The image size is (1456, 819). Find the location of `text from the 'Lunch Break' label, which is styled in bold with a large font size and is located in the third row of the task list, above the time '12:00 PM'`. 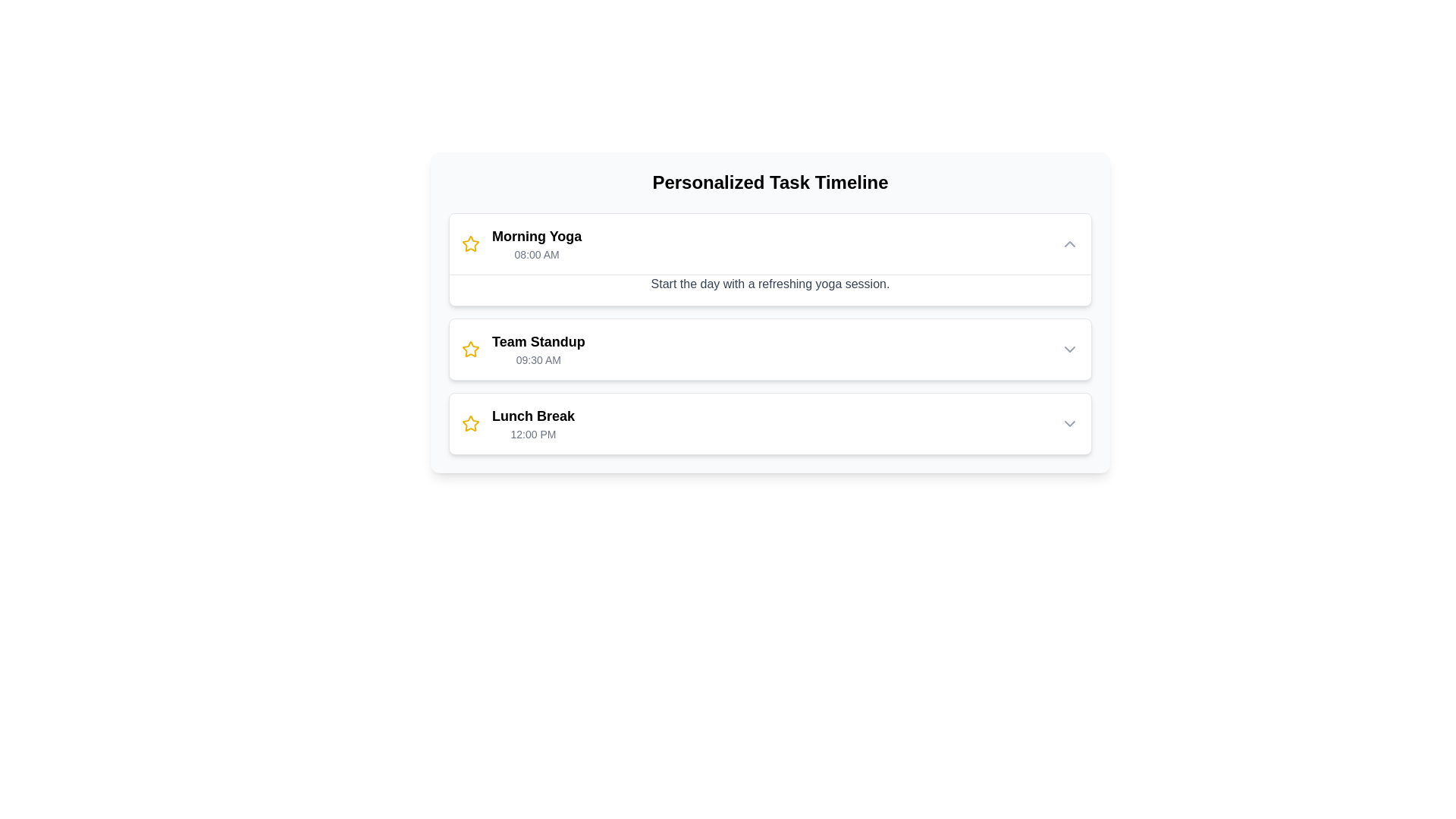

text from the 'Lunch Break' label, which is styled in bold with a large font size and is located in the third row of the task list, above the time '12:00 PM' is located at coordinates (533, 416).